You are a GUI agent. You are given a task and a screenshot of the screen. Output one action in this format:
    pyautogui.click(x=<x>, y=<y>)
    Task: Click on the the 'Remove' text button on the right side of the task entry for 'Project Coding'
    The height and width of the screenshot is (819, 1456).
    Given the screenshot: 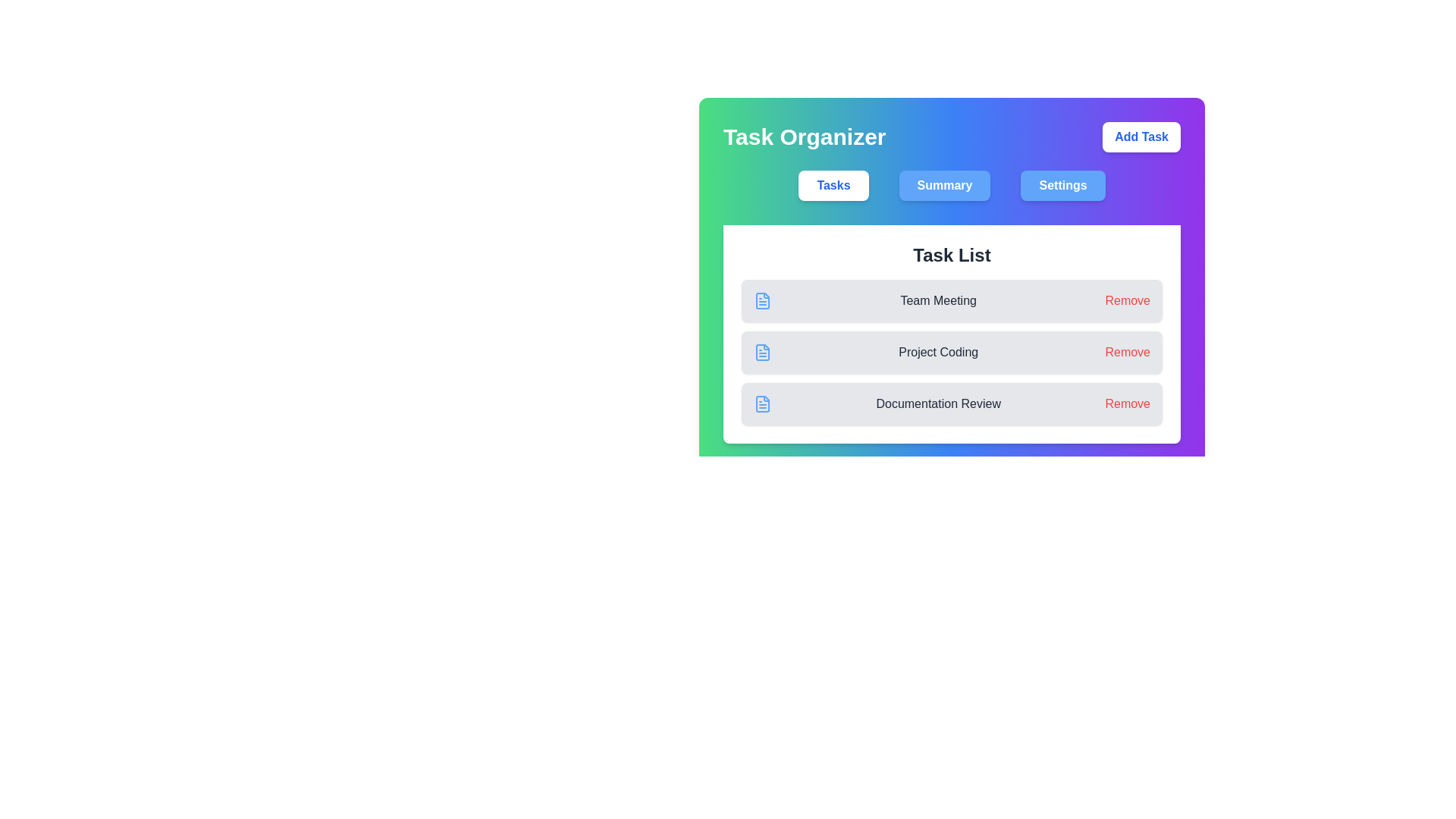 What is the action you would take?
    pyautogui.click(x=1128, y=353)
    